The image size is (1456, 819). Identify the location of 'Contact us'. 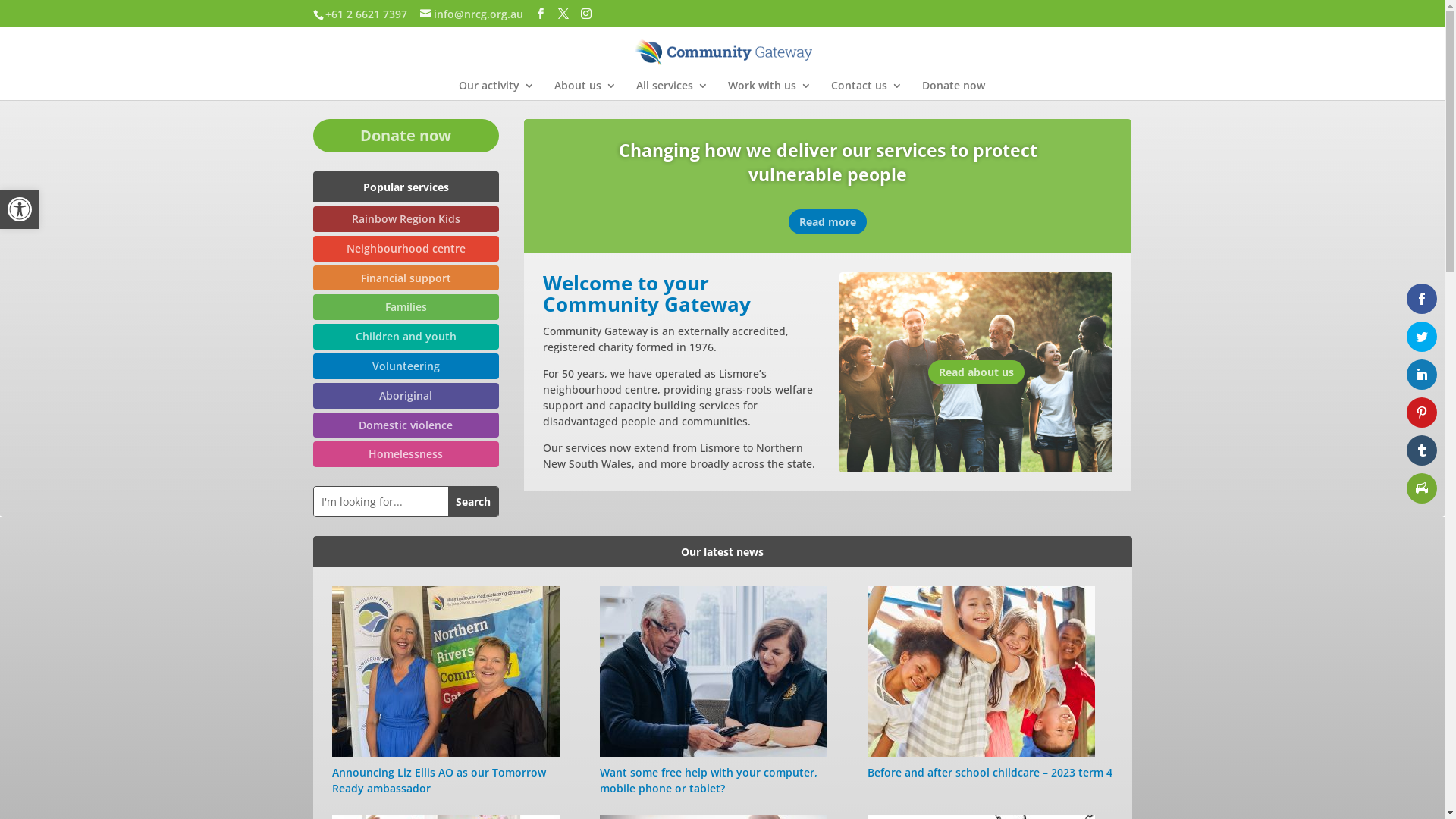
(866, 90).